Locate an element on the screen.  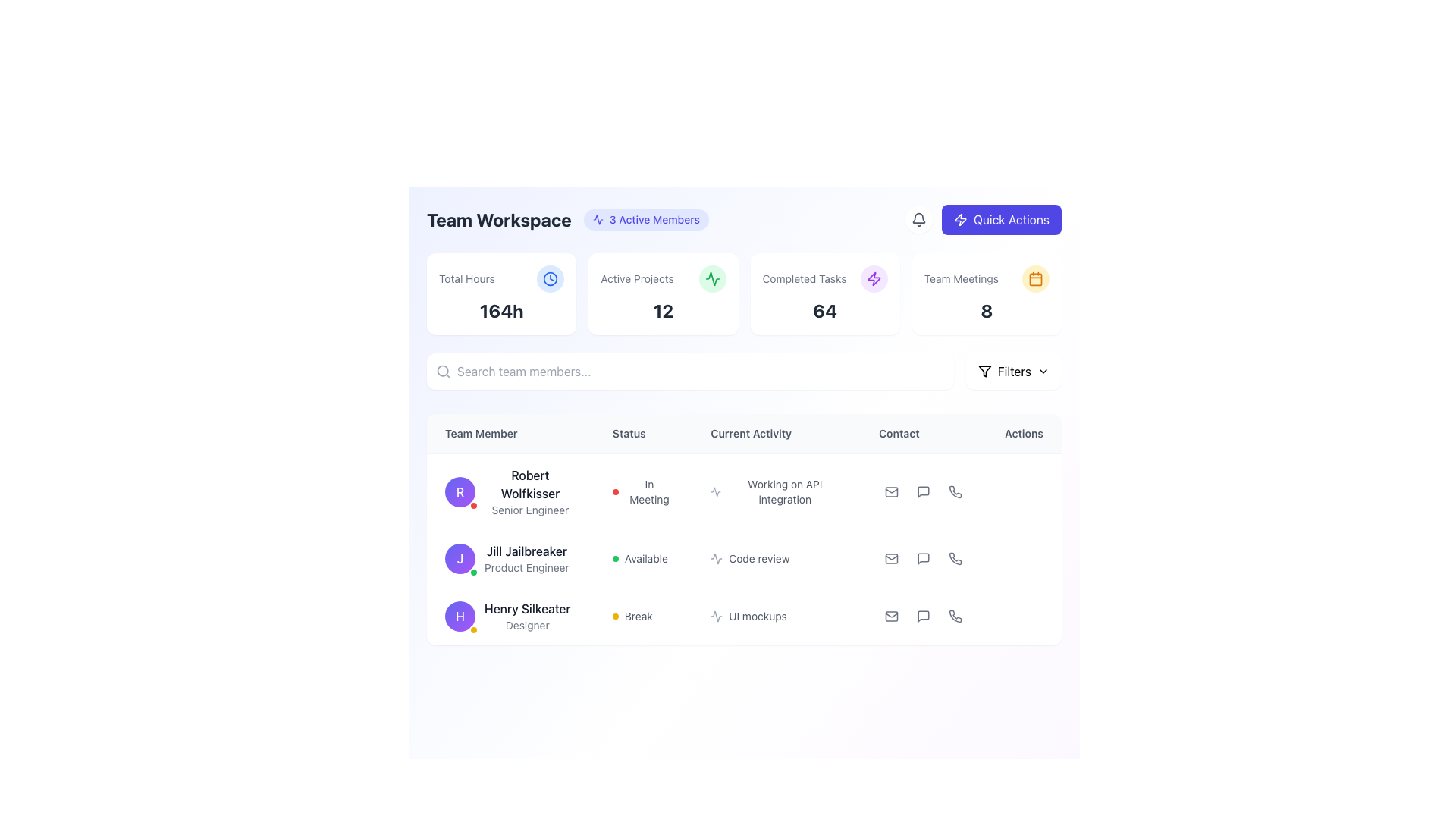
the ellipsis menu button represented by three horizontally aligned gray dots in the 'Actions' column of the third row corresponding to 'Henry Silkeater' is located at coordinates (1024, 617).